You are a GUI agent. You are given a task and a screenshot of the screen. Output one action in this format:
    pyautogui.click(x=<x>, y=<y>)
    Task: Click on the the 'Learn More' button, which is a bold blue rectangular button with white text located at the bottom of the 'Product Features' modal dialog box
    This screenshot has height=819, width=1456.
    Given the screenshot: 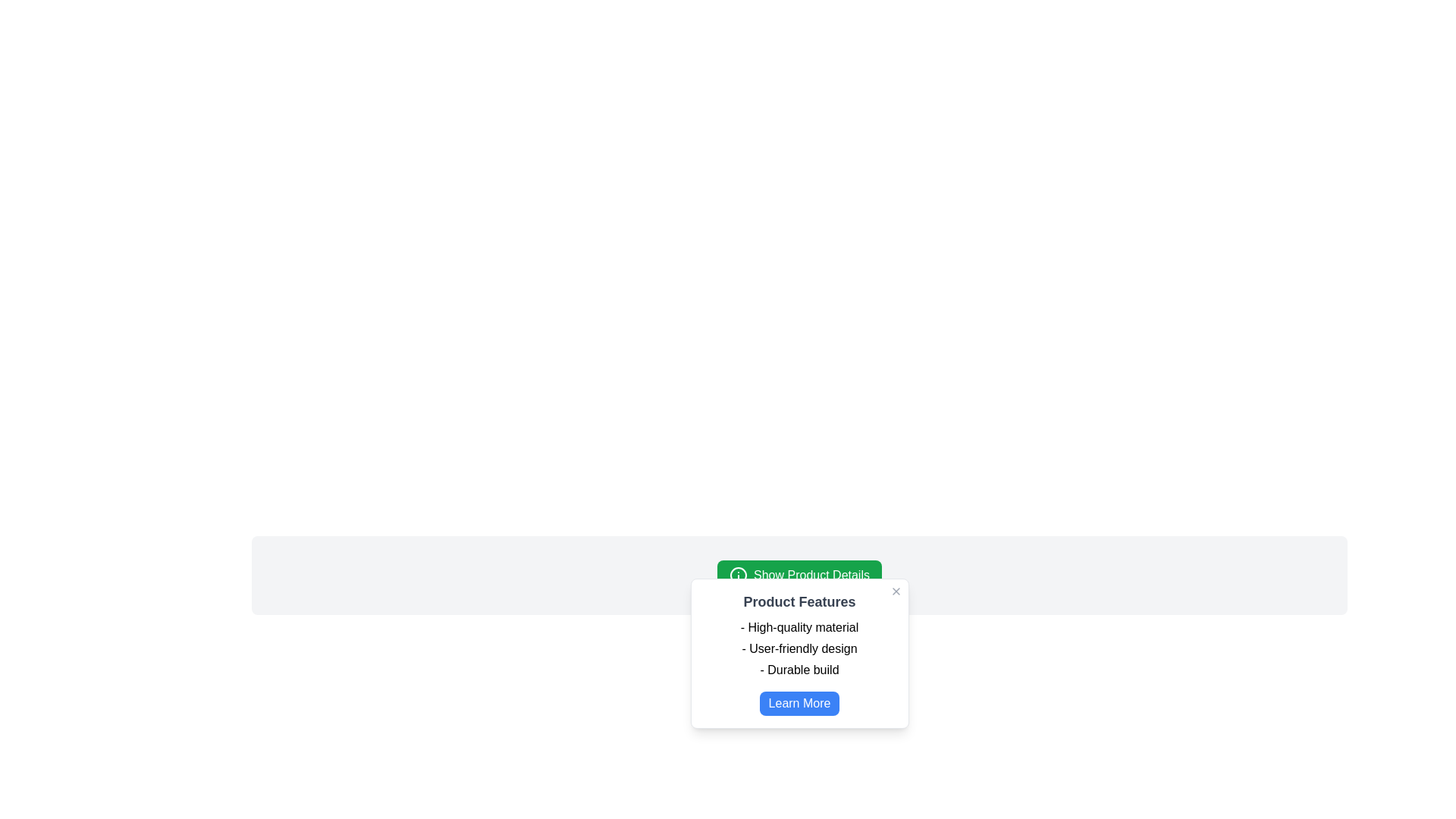 What is the action you would take?
    pyautogui.click(x=799, y=704)
    